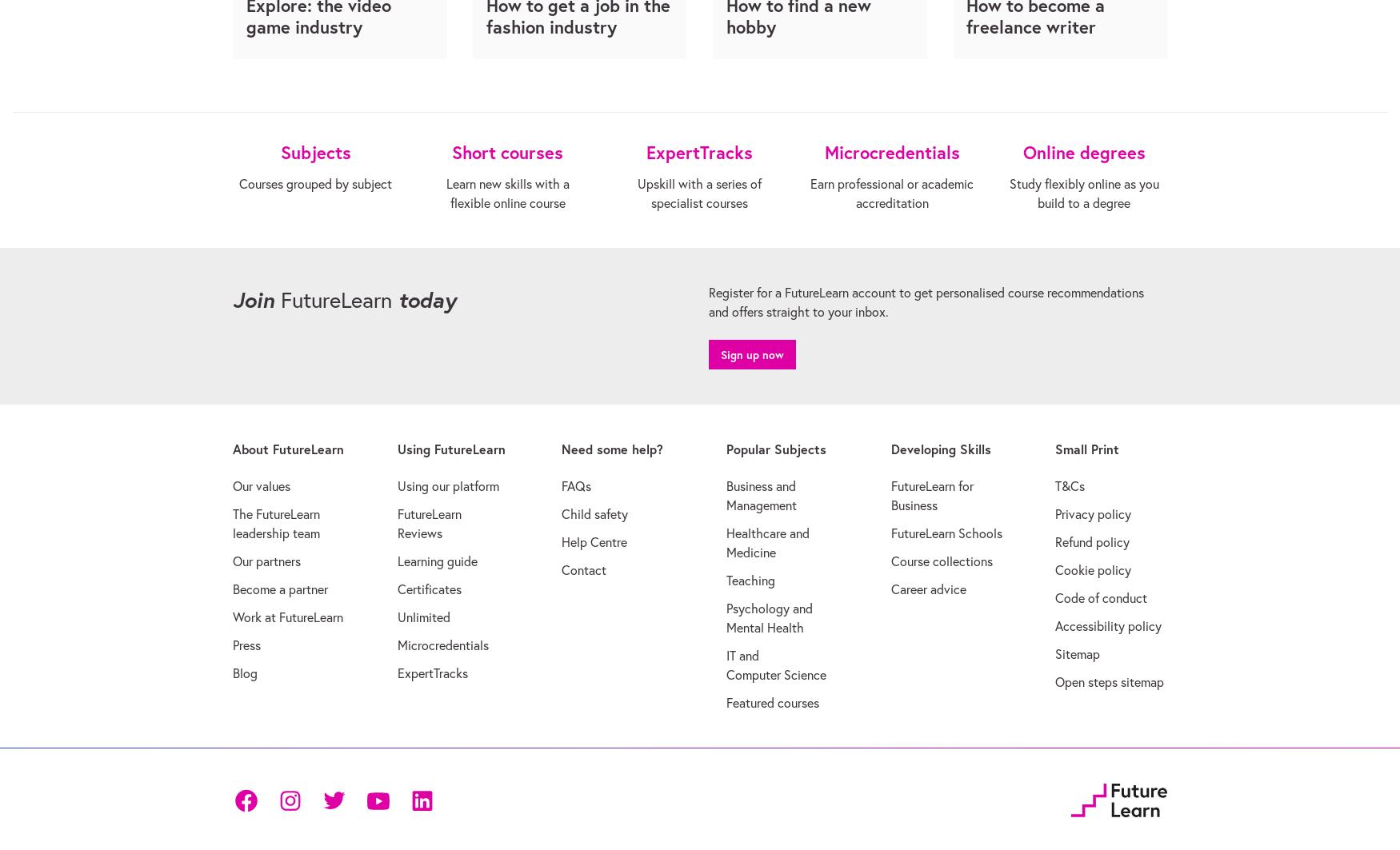 This screenshot has width=1400, height=850. What do you see at coordinates (428, 522) in the screenshot?
I see `'FutureLearn Reviews'` at bounding box center [428, 522].